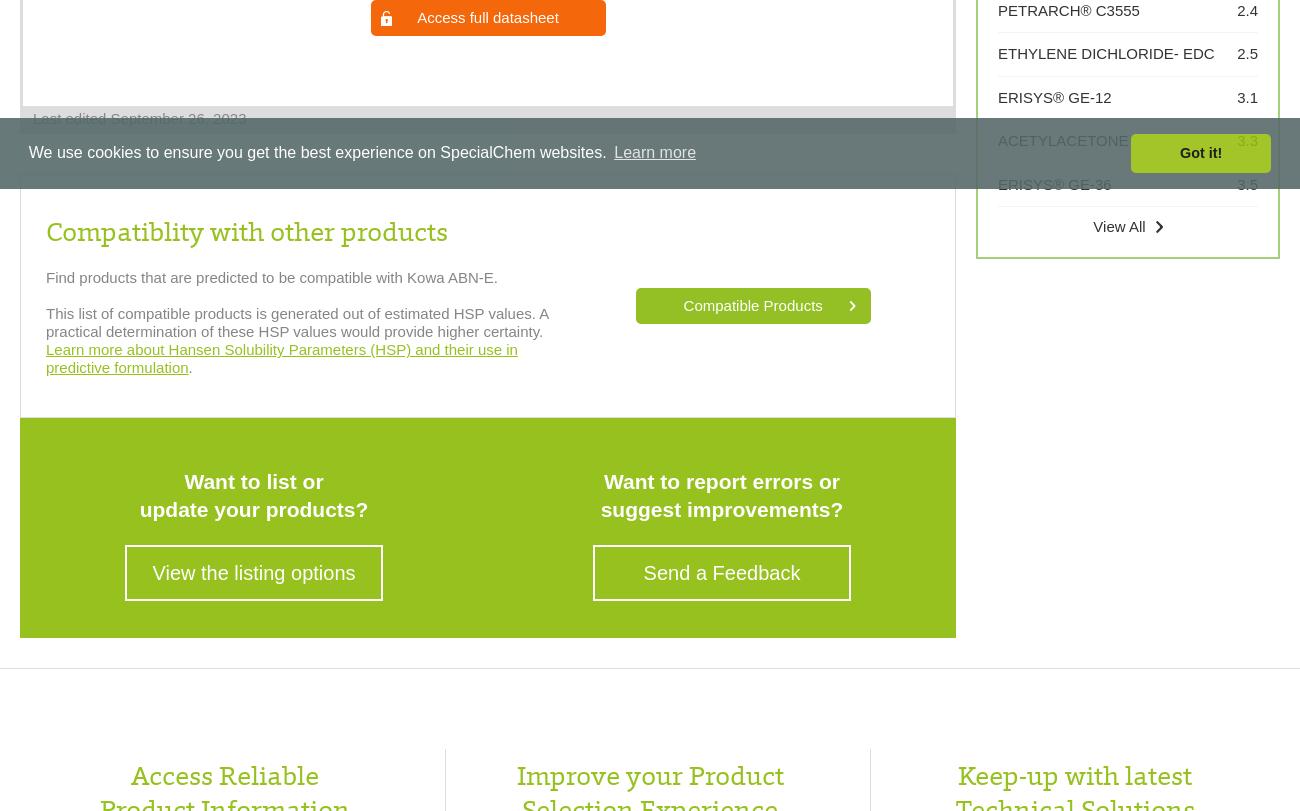  I want to click on 'suggest improvements?', so click(721, 507).